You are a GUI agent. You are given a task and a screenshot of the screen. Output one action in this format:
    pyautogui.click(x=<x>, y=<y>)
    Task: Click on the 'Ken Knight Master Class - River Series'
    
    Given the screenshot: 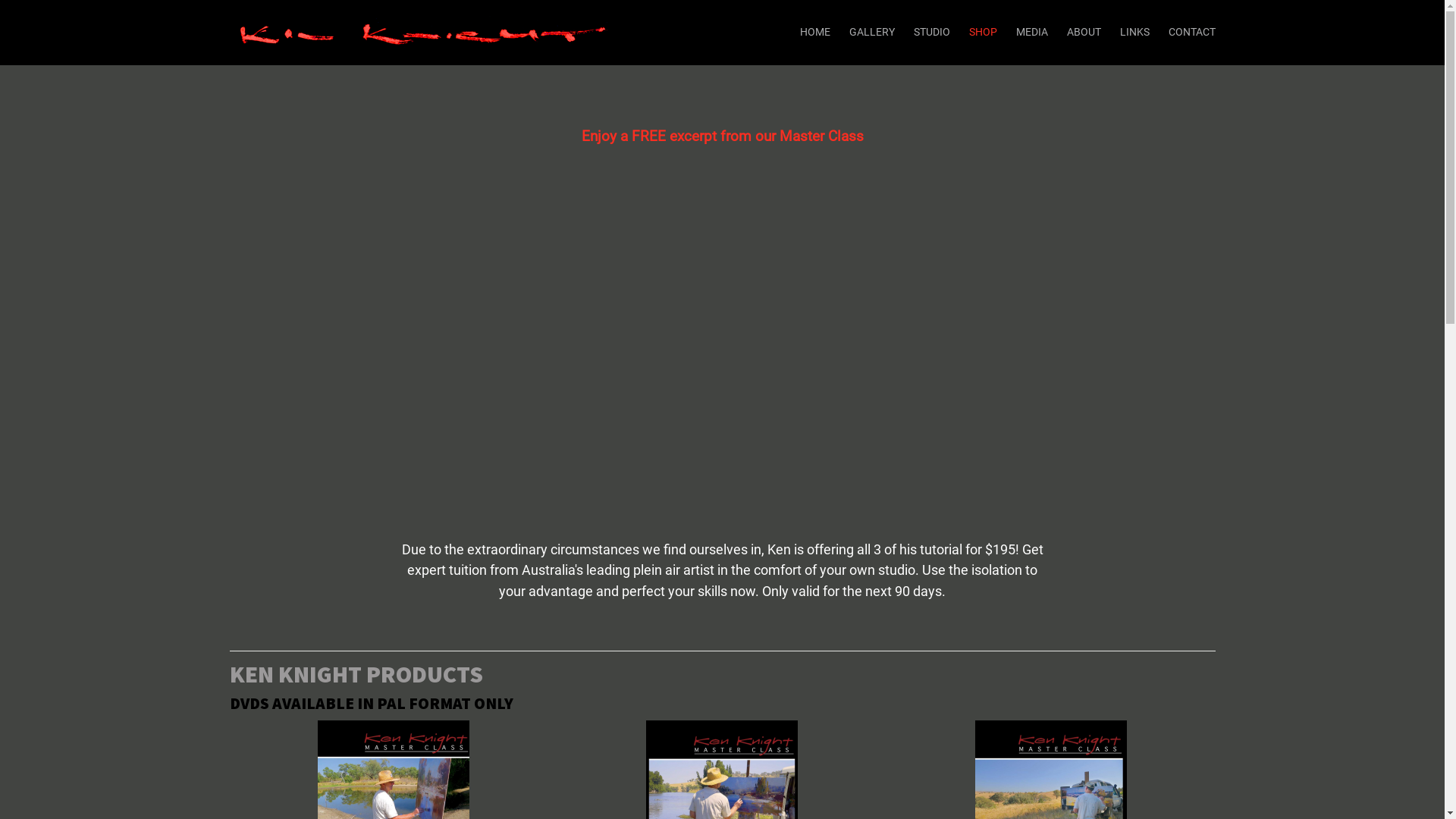 What is the action you would take?
    pyautogui.click(x=720, y=795)
    